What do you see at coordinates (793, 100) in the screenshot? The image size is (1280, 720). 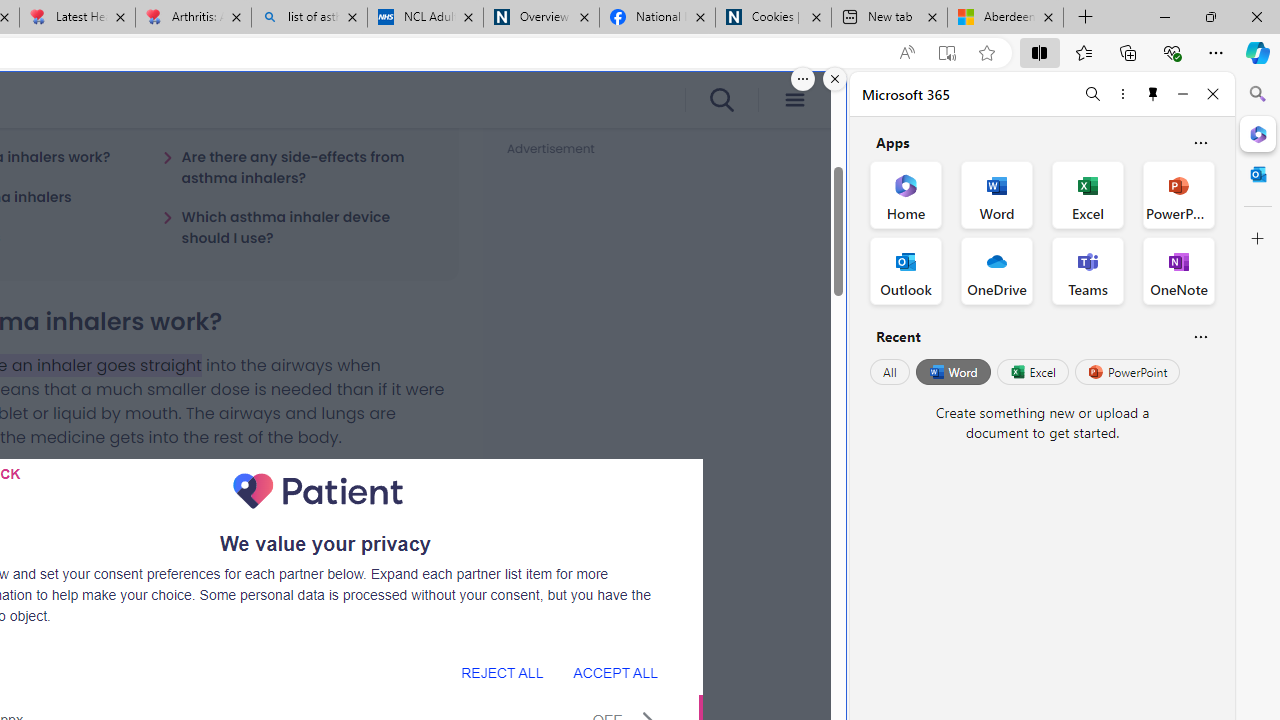 I see `'menu icon'` at bounding box center [793, 100].